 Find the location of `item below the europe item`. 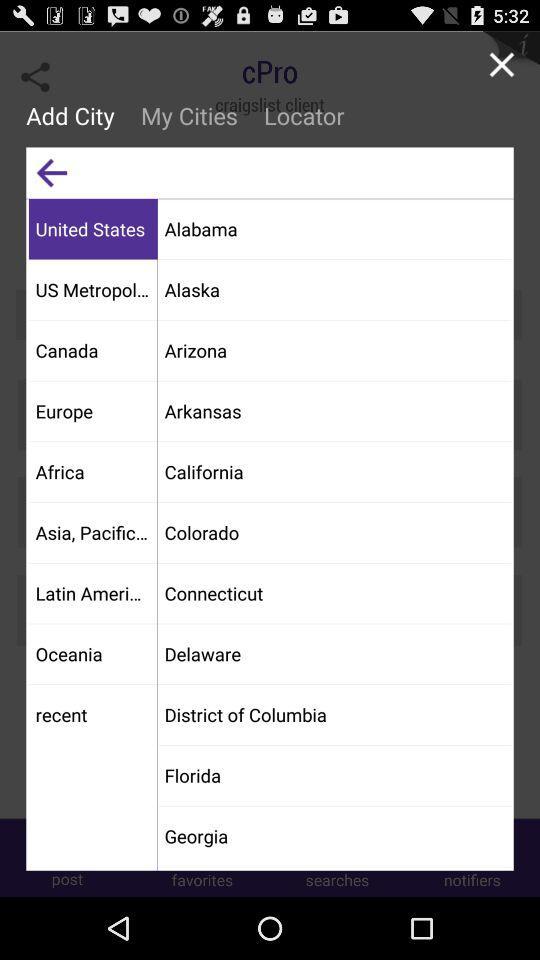

item below the europe item is located at coordinates (92, 471).